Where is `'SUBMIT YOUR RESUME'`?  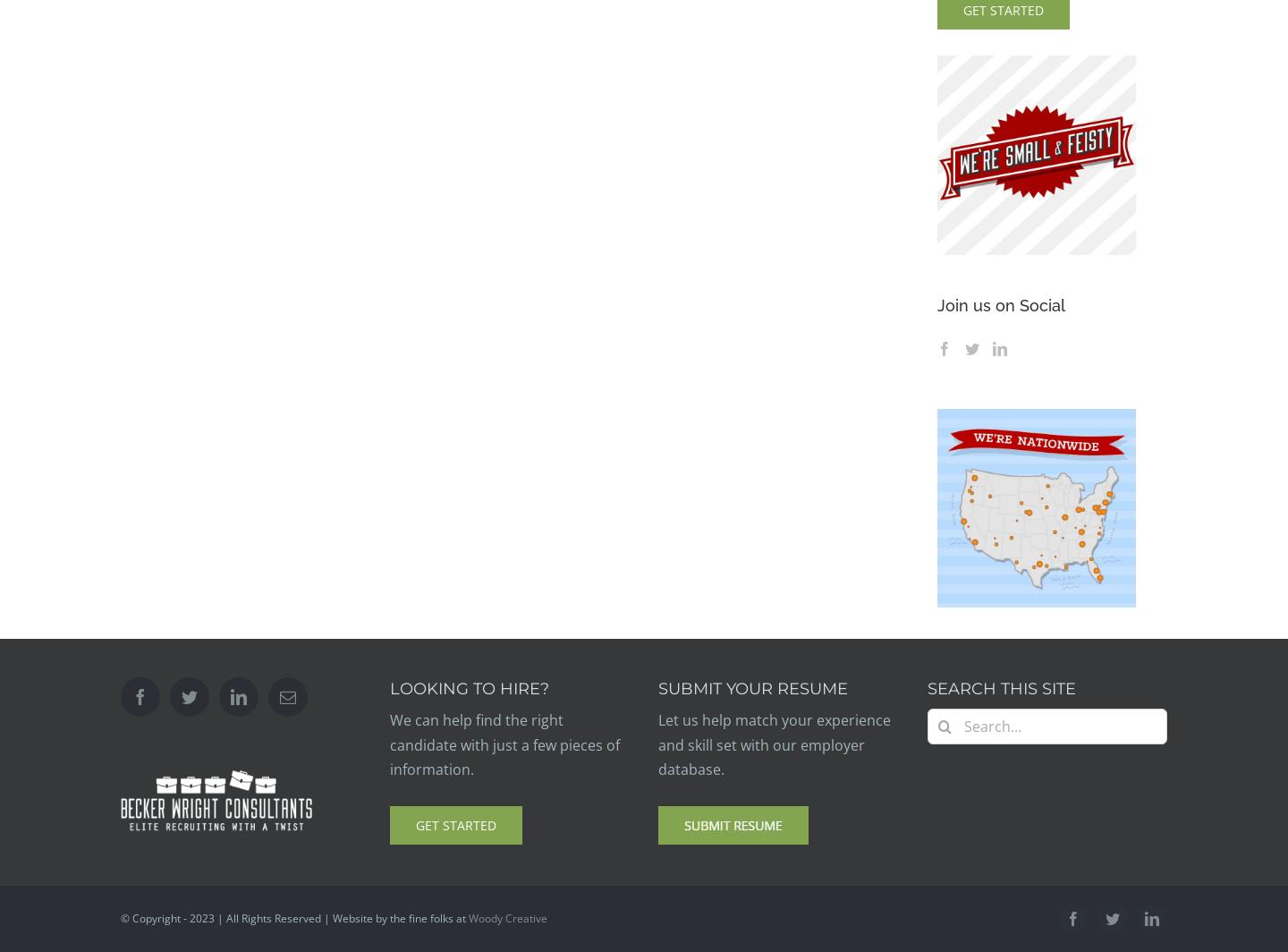
'SUBMIT YOUR RESUME' is located at coordinates (751, 689).